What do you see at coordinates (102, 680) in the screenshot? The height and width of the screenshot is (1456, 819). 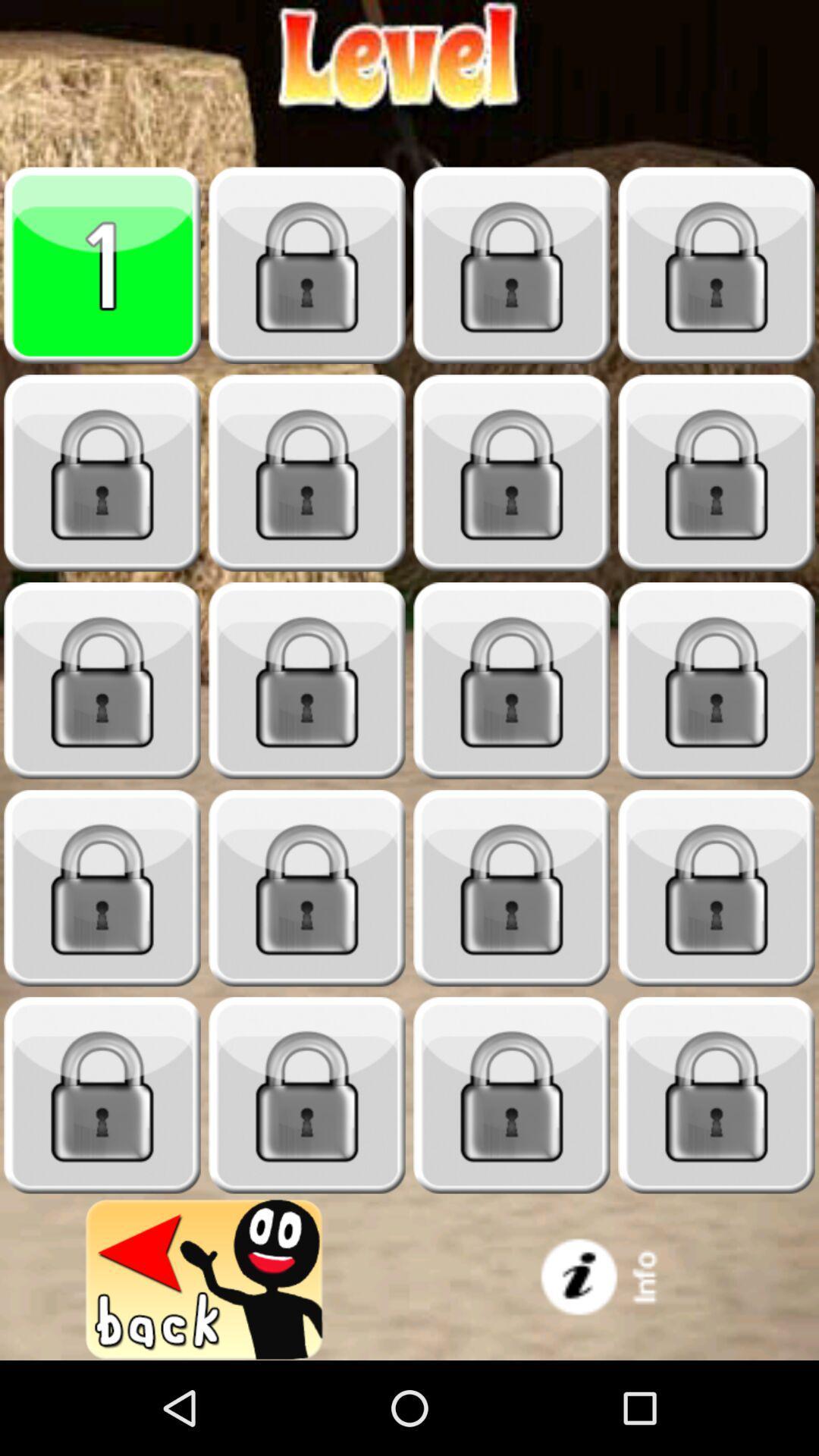 I see `unlock this level` at bounding box center [102, 680].